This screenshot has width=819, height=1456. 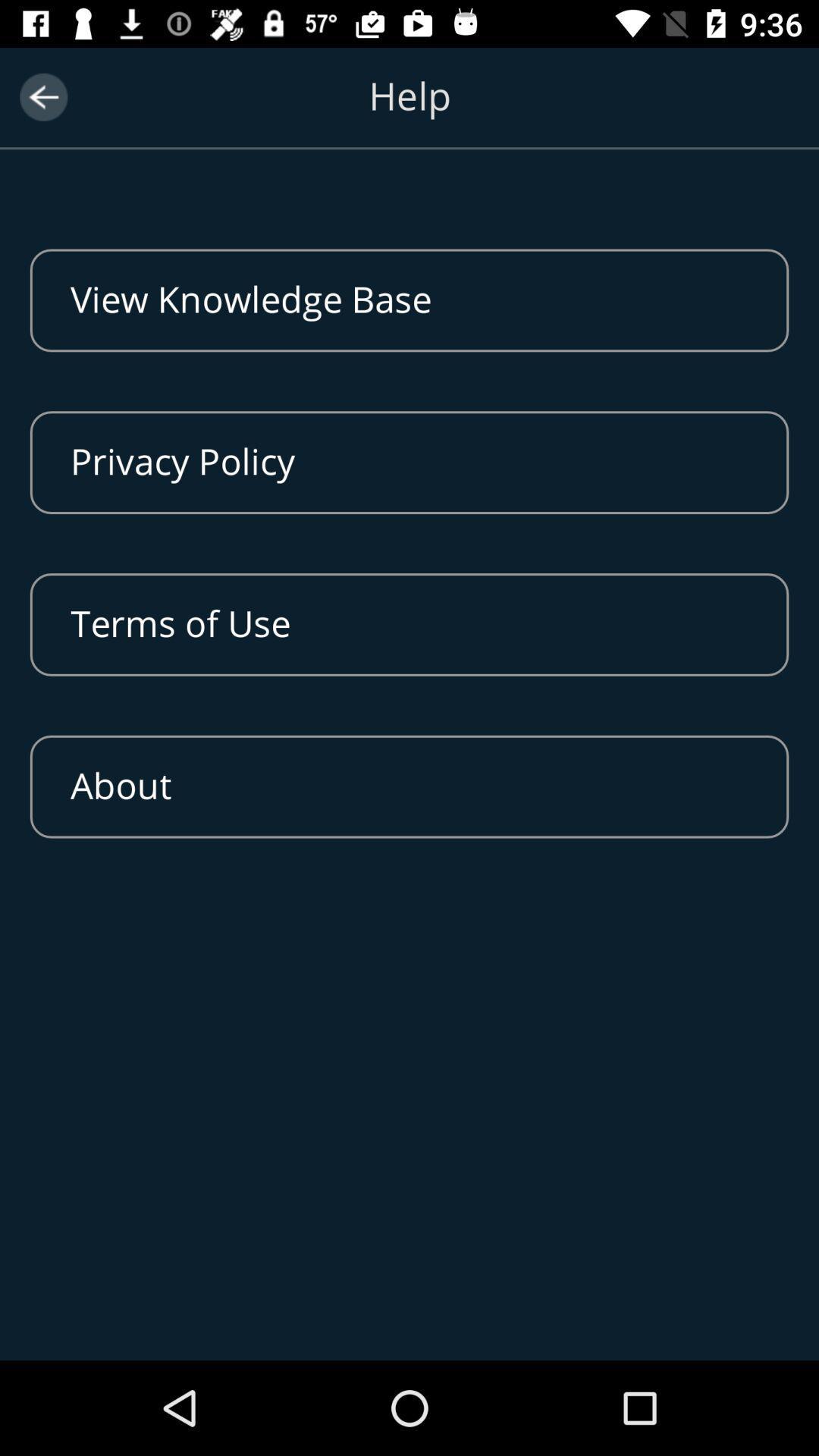 I want to click on terms of use, so click(x=409, y=625).